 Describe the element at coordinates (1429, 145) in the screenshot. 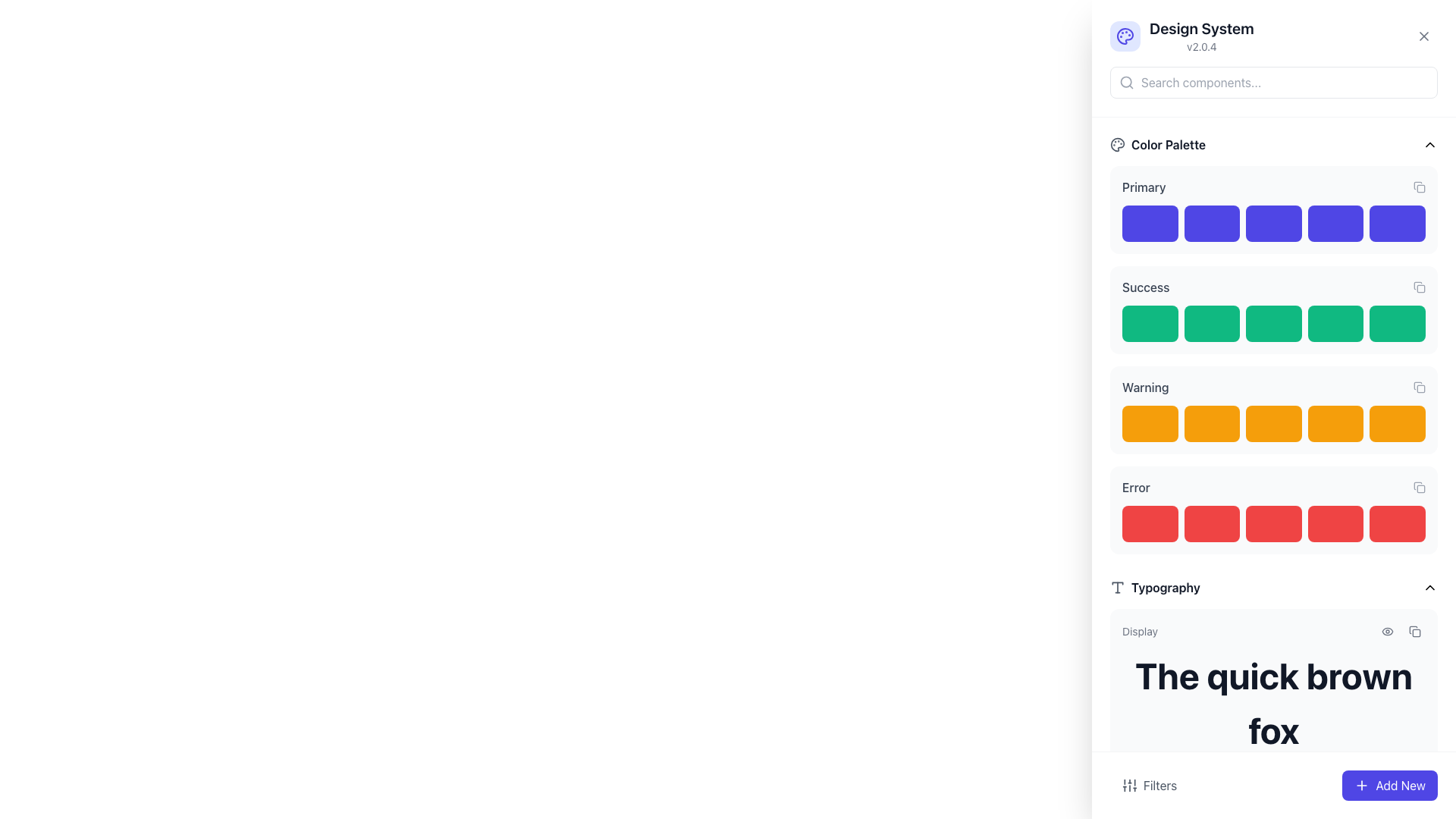

I see `the chevron icon button in the upper-right corner of the 'Color Palette' section header` at that location.